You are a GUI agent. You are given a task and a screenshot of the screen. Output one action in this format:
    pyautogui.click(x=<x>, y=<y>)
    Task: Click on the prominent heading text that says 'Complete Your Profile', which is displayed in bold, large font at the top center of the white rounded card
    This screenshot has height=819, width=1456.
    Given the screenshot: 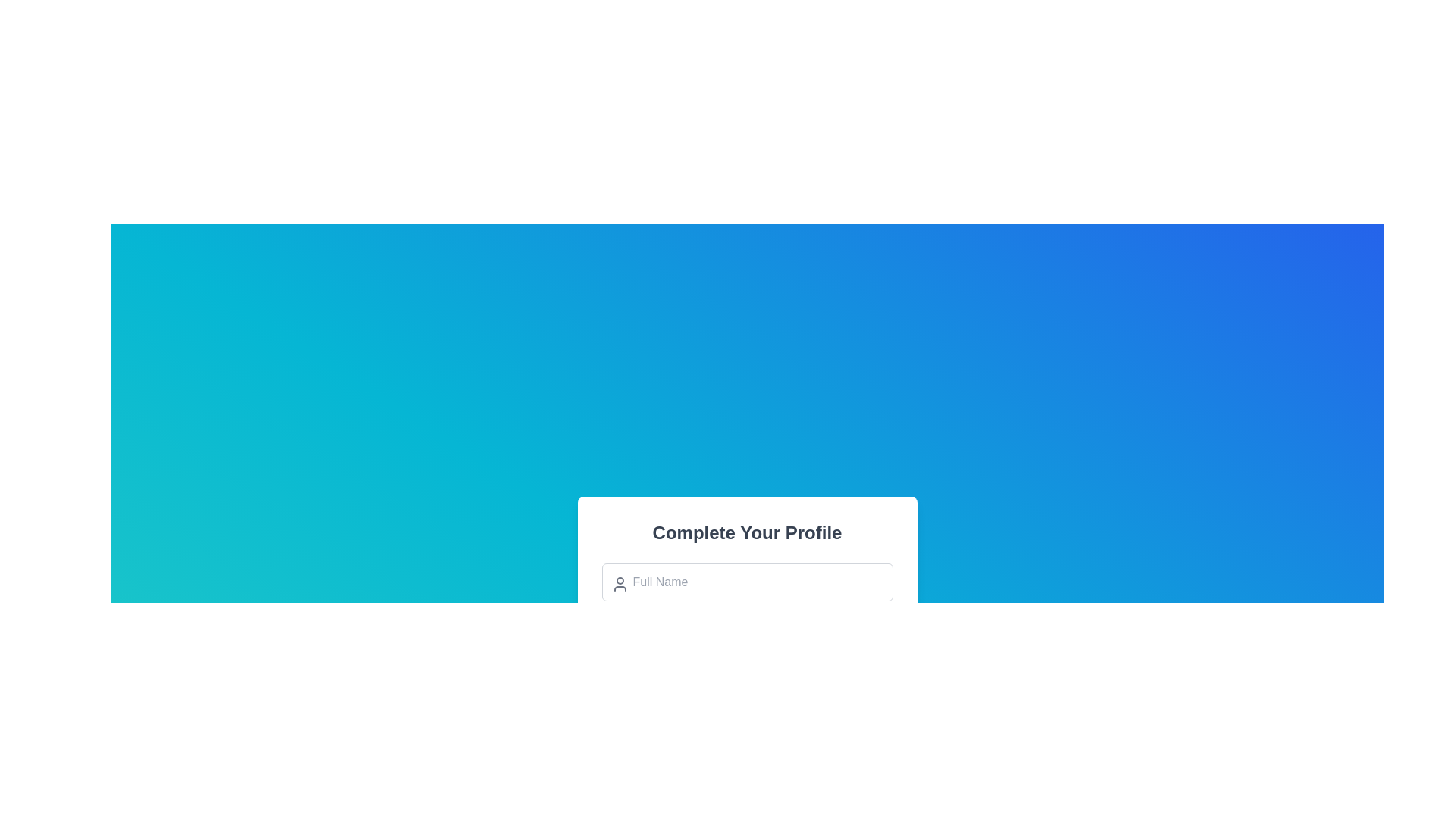 What is the action you would take?
    pyautogui.click(x=747, y=532)
    